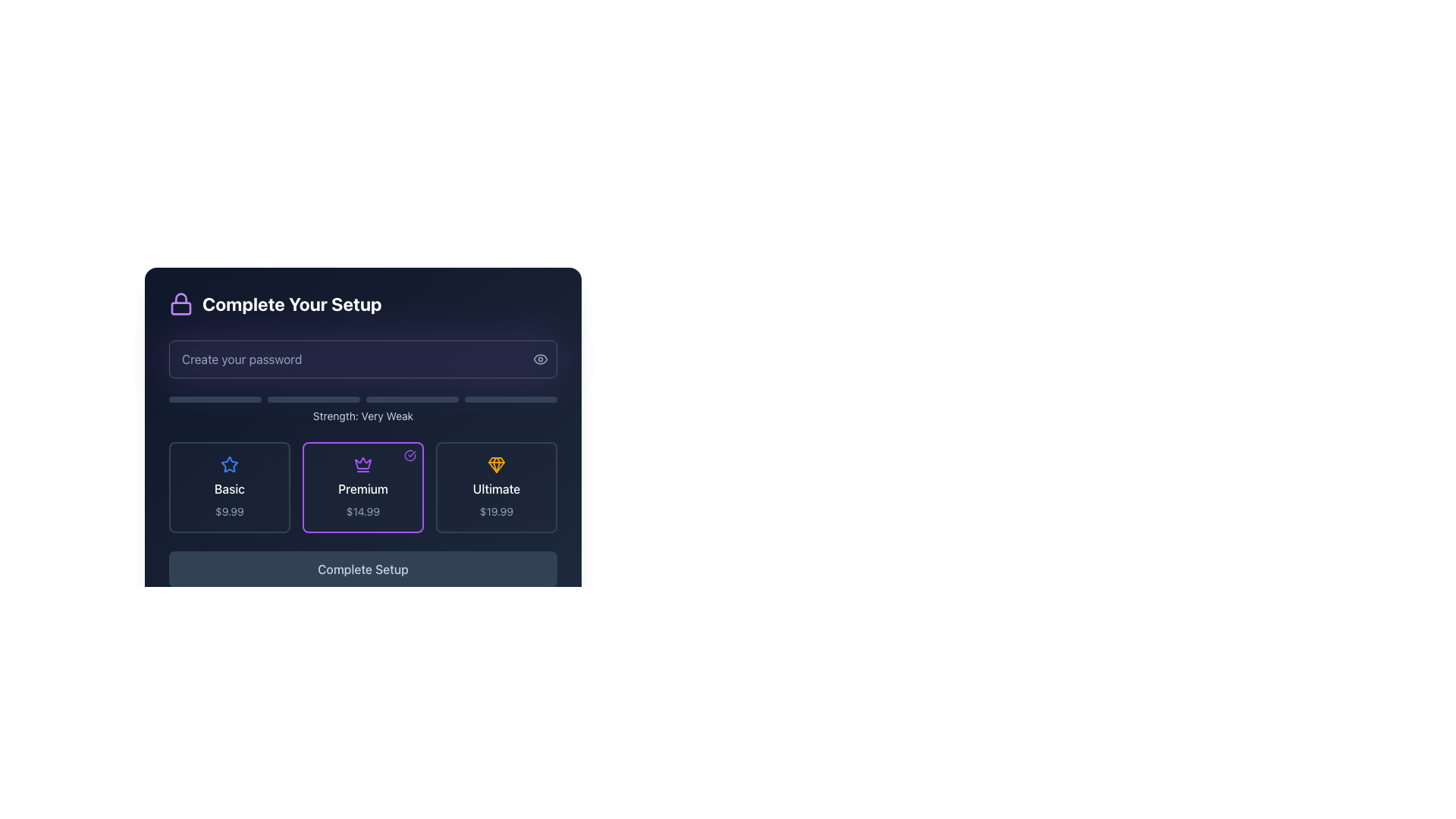 The height and width of the screenshot is (819, 1456). Describe the element at coordinates (362, 416) in the screenshot. I see `the password strength feedback text label located below the progress bars and above the pricing options section` at that location.